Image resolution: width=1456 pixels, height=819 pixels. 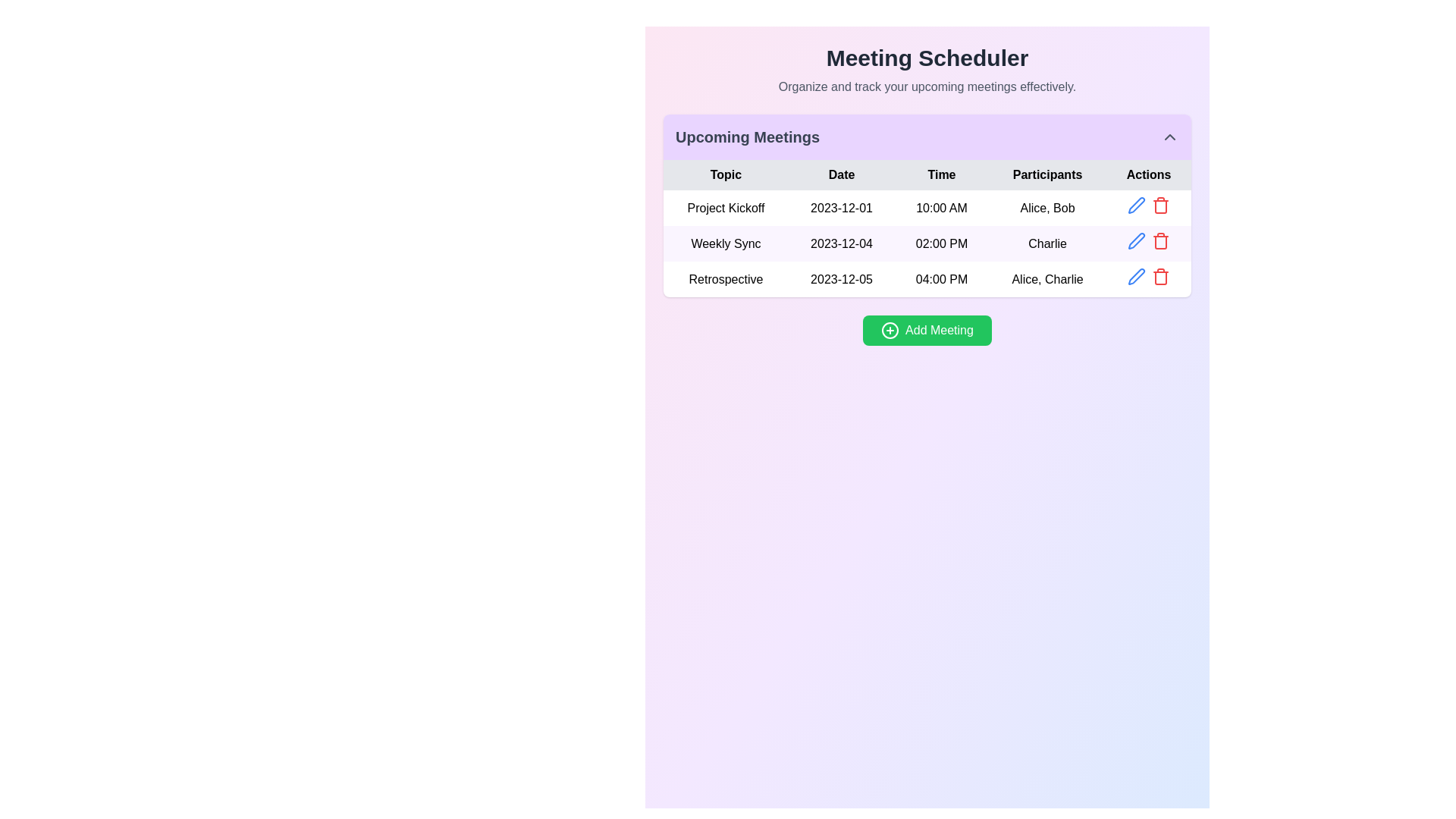 I want to click on the static text display labeled 'Charlie' located in the 'Participants' column of the second row of the table within the 'Weekly Sync' section, so click(x=1046, y=243).